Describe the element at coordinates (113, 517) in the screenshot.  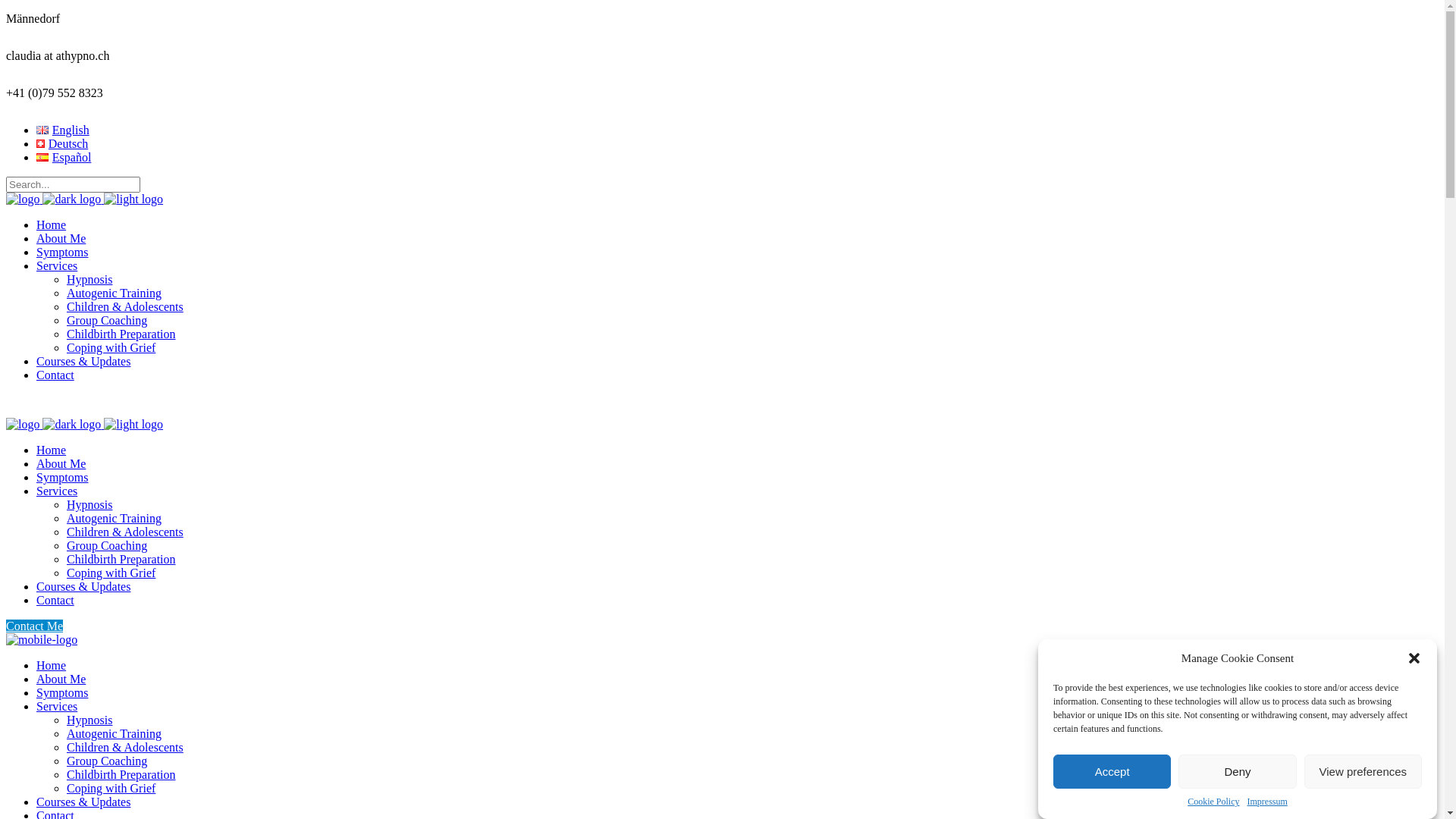
I see `'Autogenic Training'` at that location.